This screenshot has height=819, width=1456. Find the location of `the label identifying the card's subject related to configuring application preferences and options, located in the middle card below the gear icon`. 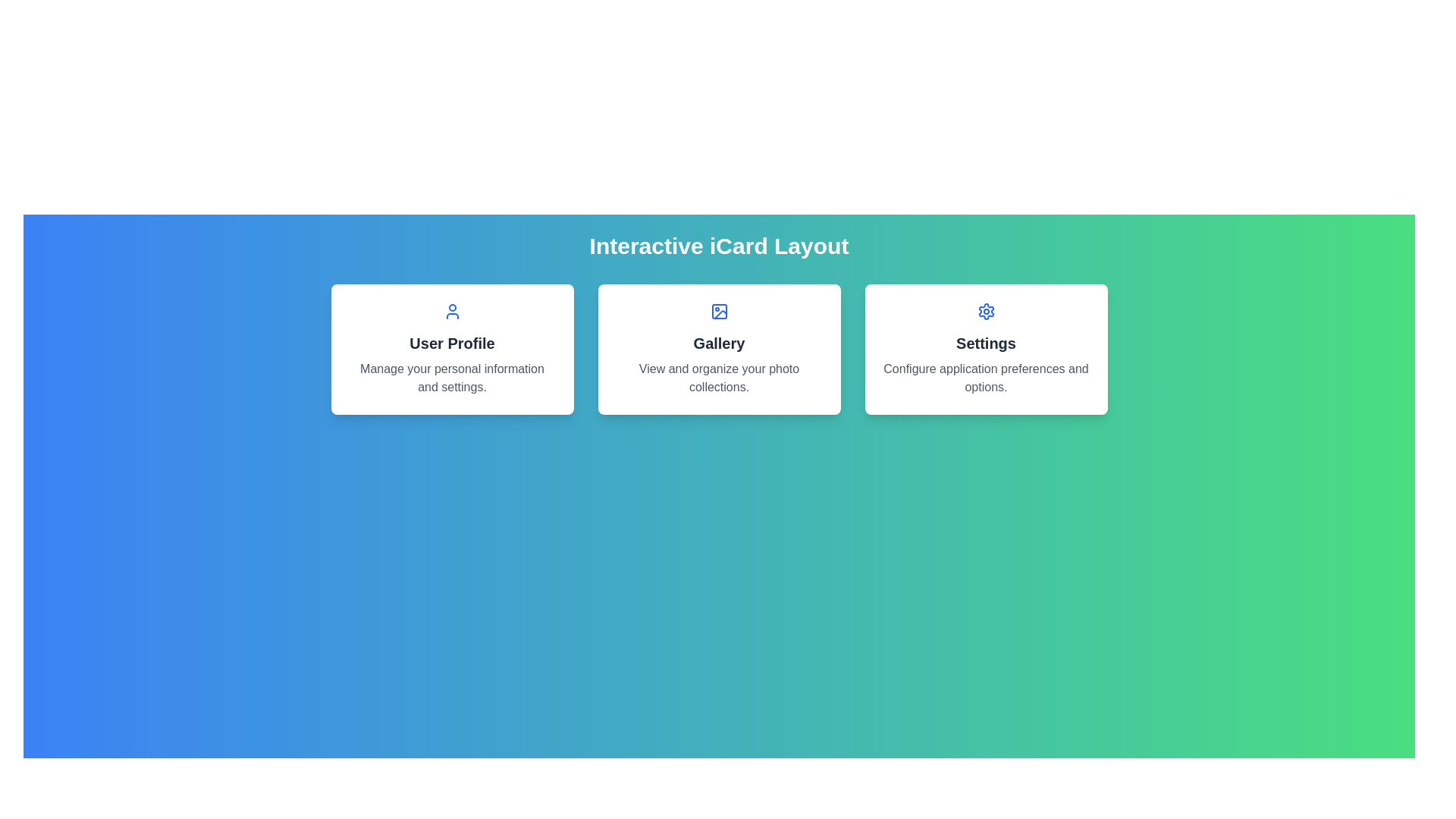

the label identifying the card's subject related to configuring application preferences and options, located in the middle card below the gear icon is located at coordinates (986, 343).